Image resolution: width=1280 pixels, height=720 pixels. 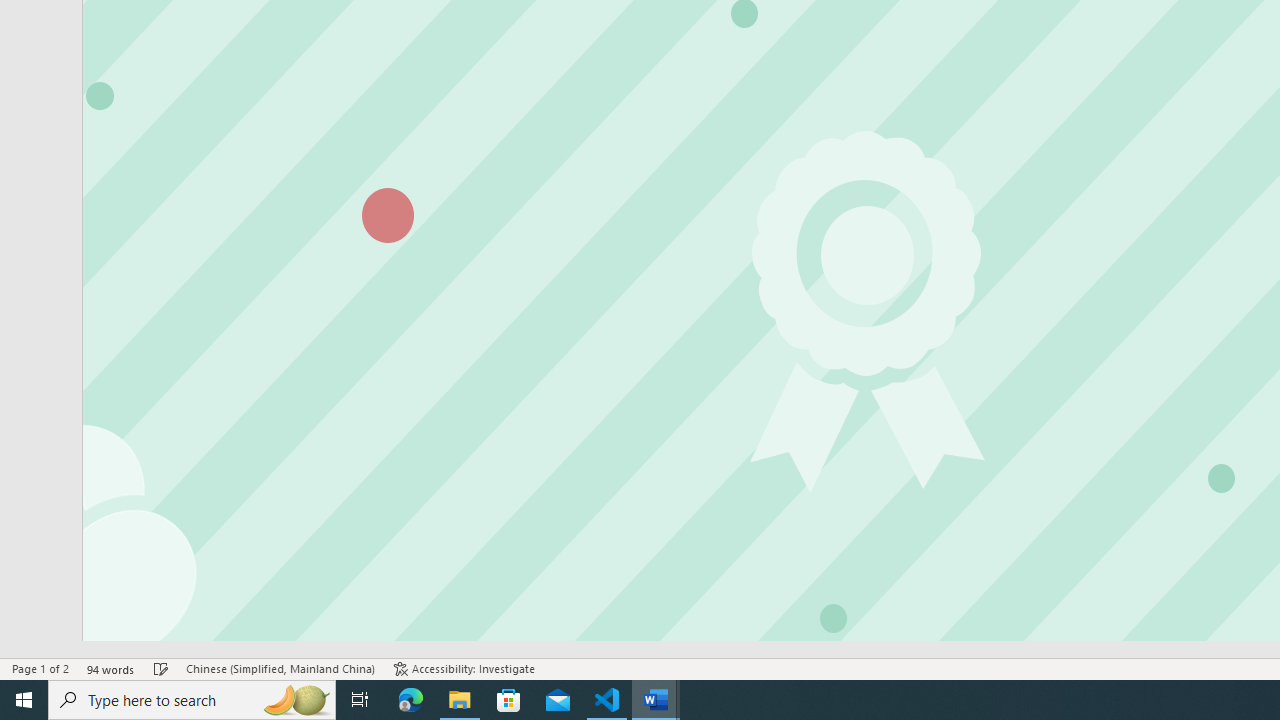 What do you see at coordinates (279, 669) in the screenshot?
I see `'Language Chinese (Simplified, Mainland China)'` at bounding box center [279, 669].